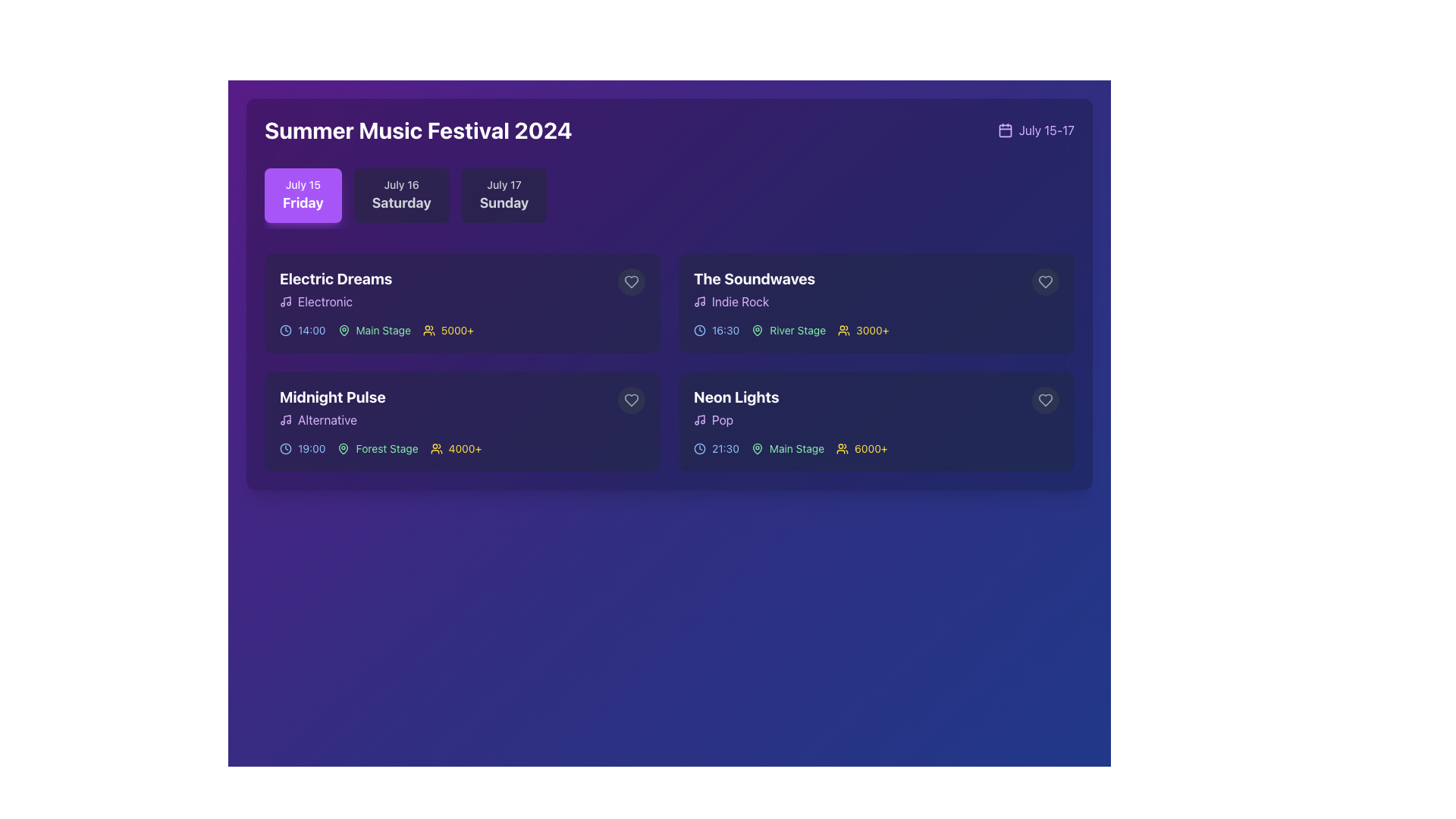  What do you see at coordinates (861, 447) in the screenshot?
I see `the text displaying '6000+' with the accompanying icon representing a group of people, located in the bottom right corner of the 'Neon Lights' event card under the 'Main Stage' heading` at bounding box center [861, 447].